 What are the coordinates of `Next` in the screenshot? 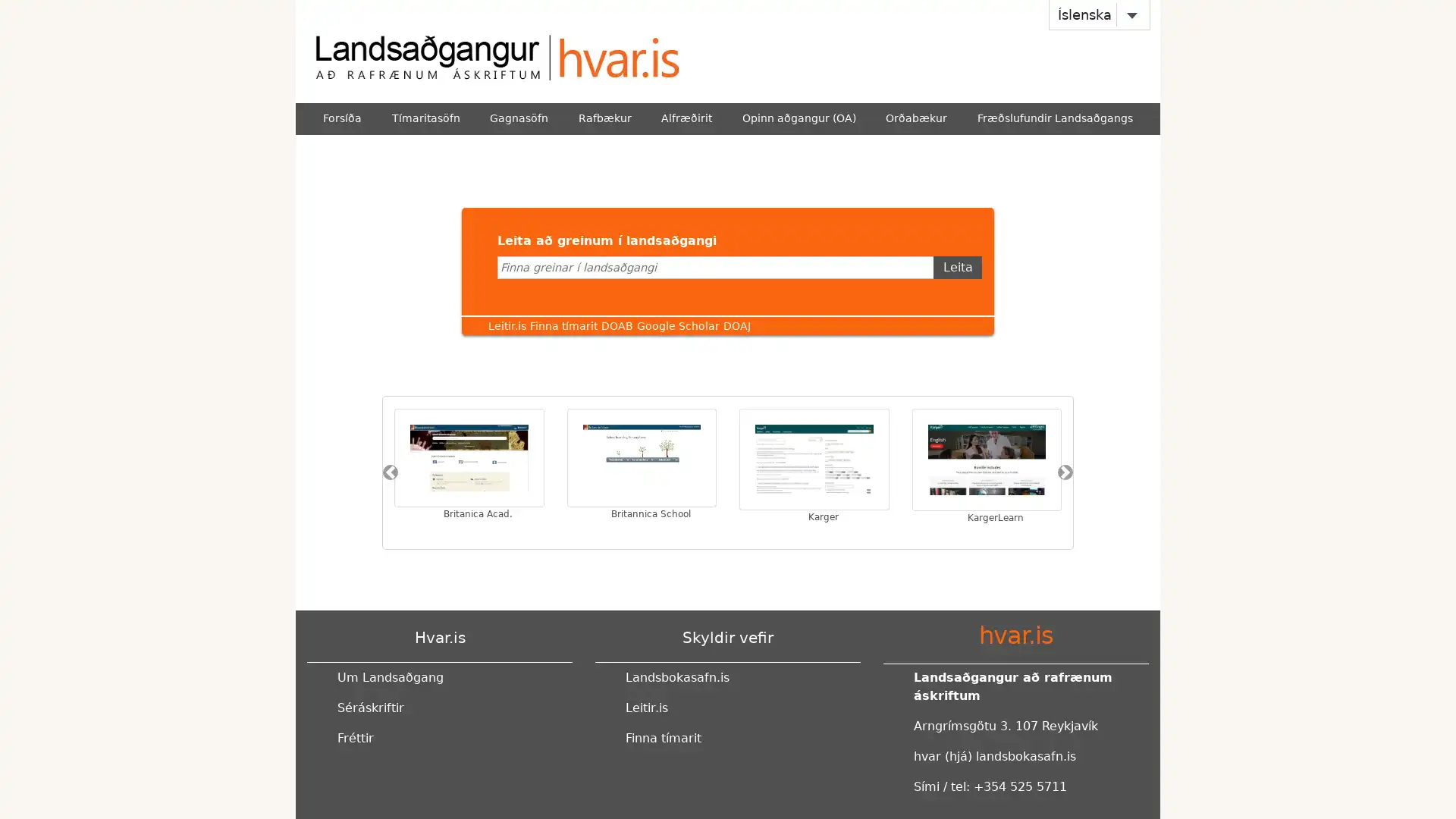 It's located at (1065, 472).